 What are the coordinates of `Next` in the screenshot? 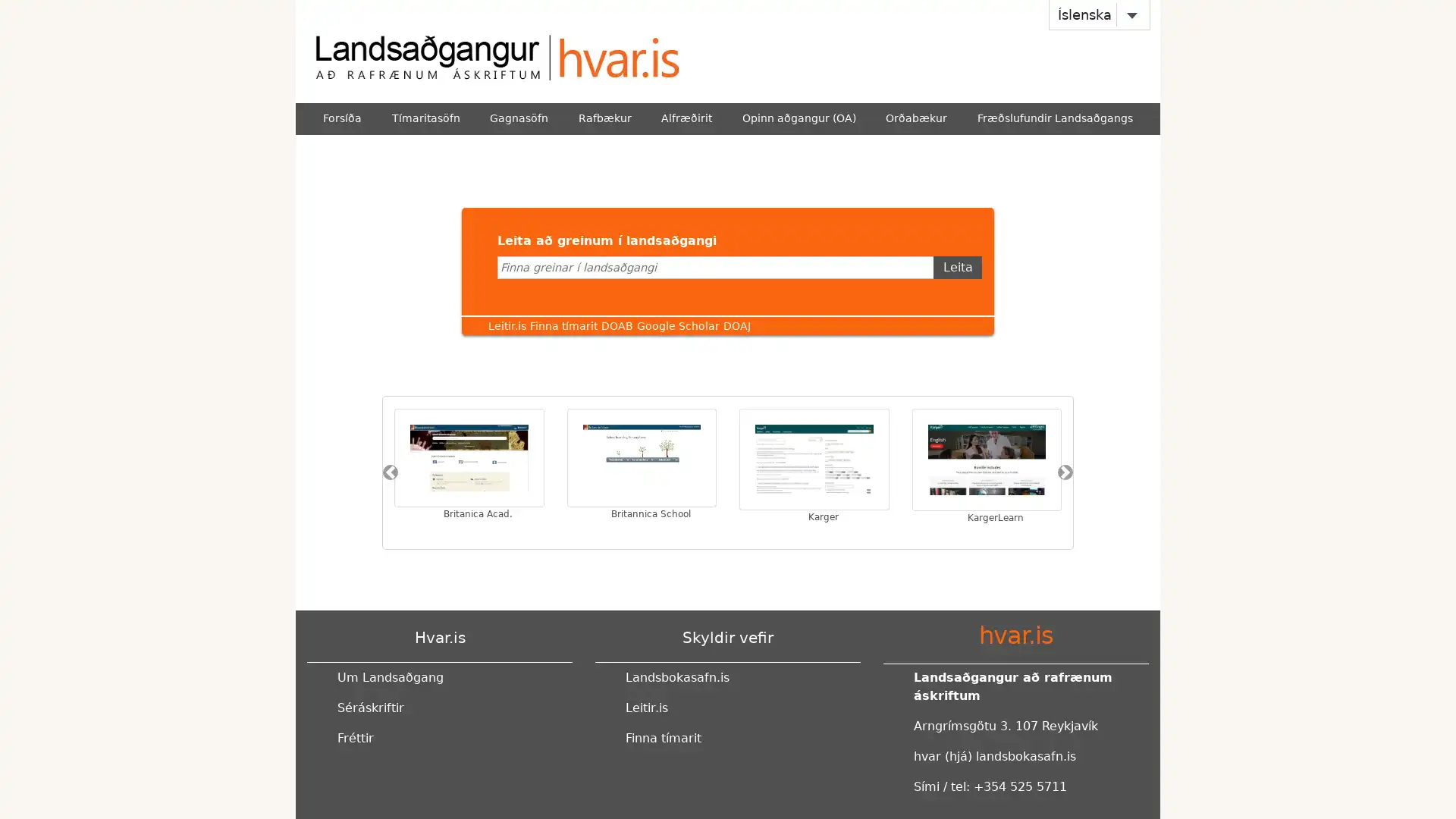 It's located at (1065, 472).